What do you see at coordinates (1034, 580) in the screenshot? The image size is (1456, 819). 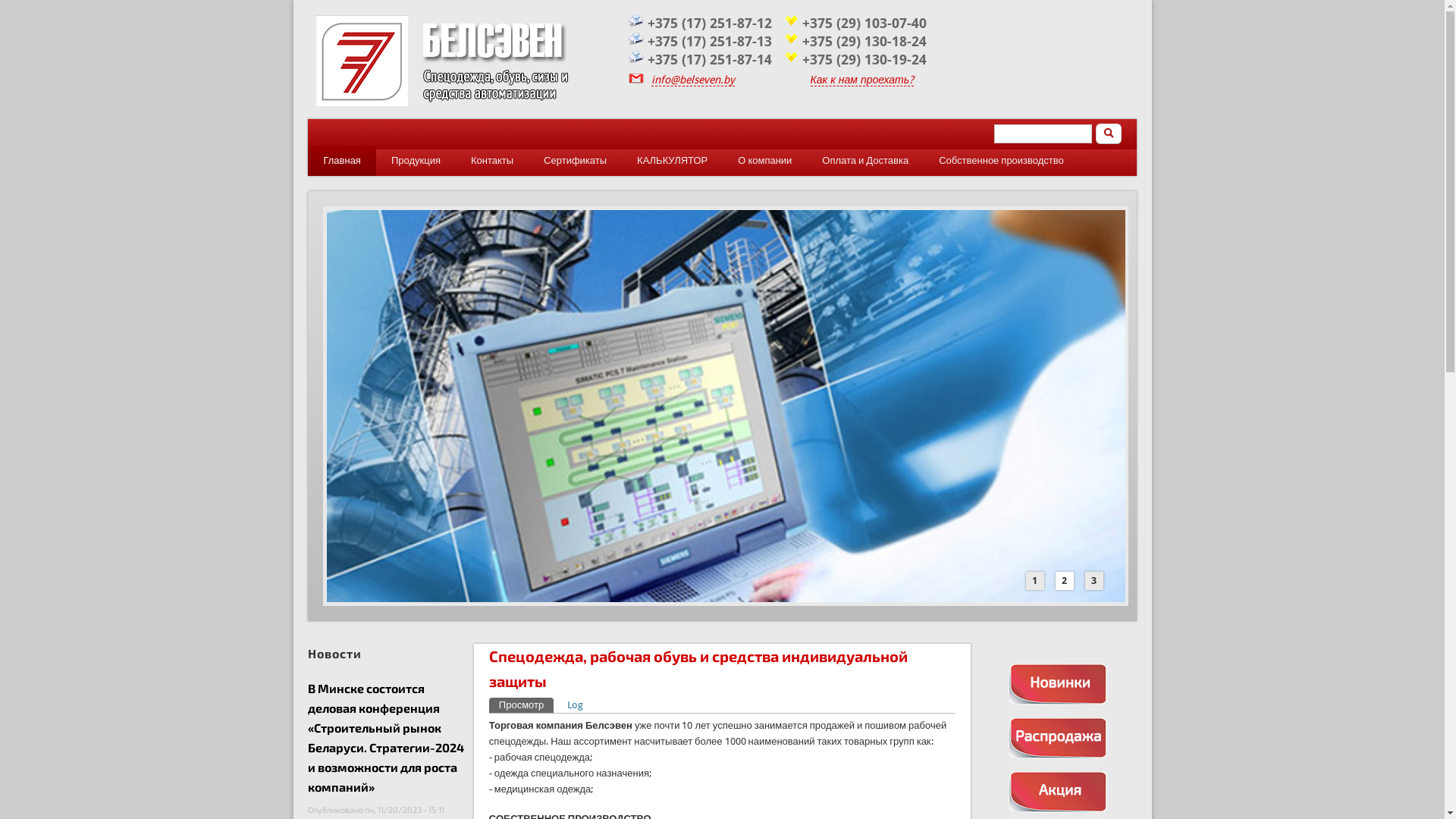 I see `'1'` at bounding box center [1034, 580].